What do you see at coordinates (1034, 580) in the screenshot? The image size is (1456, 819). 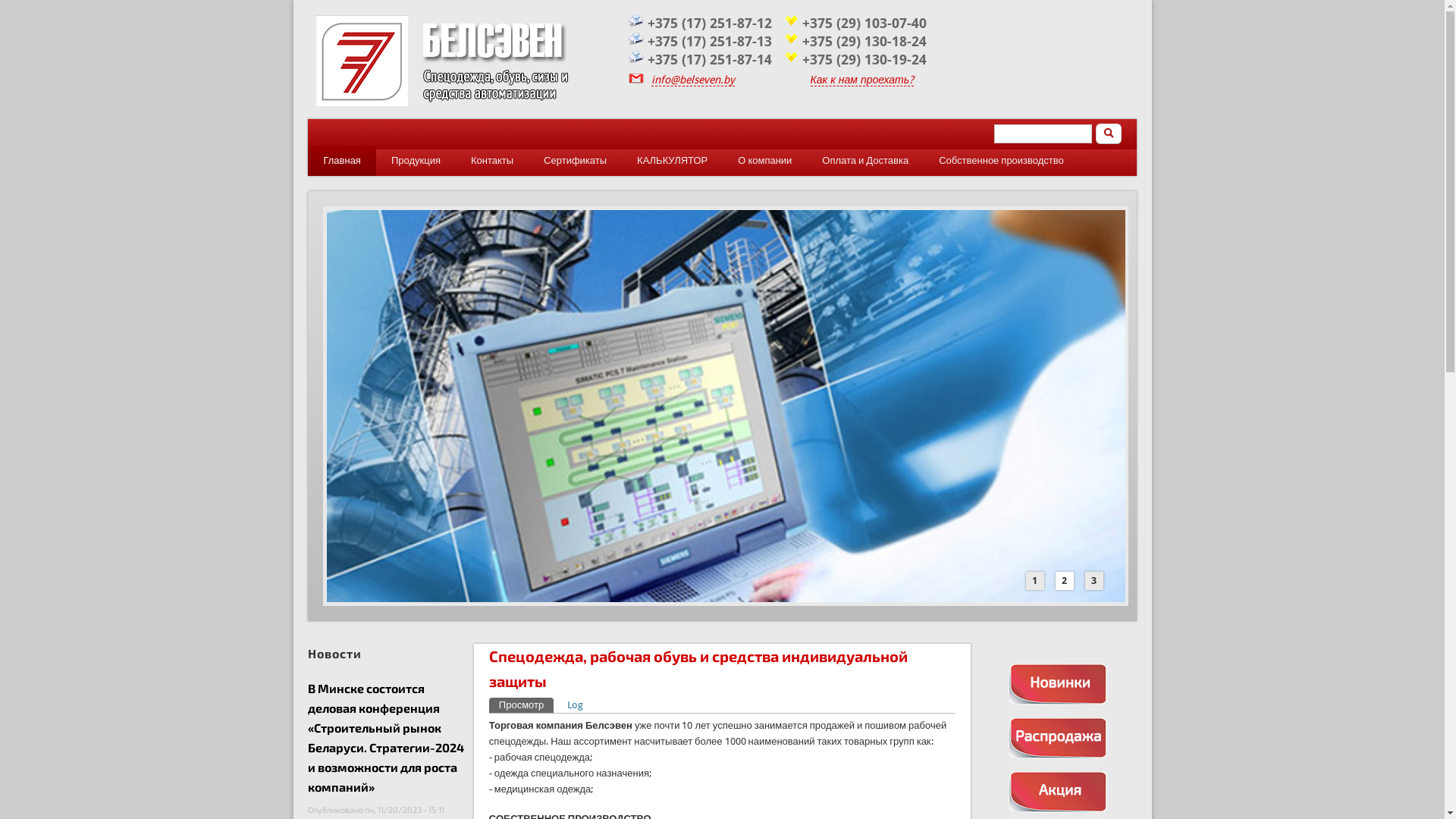 I see `'1'` at bounding box center [1034, 580].